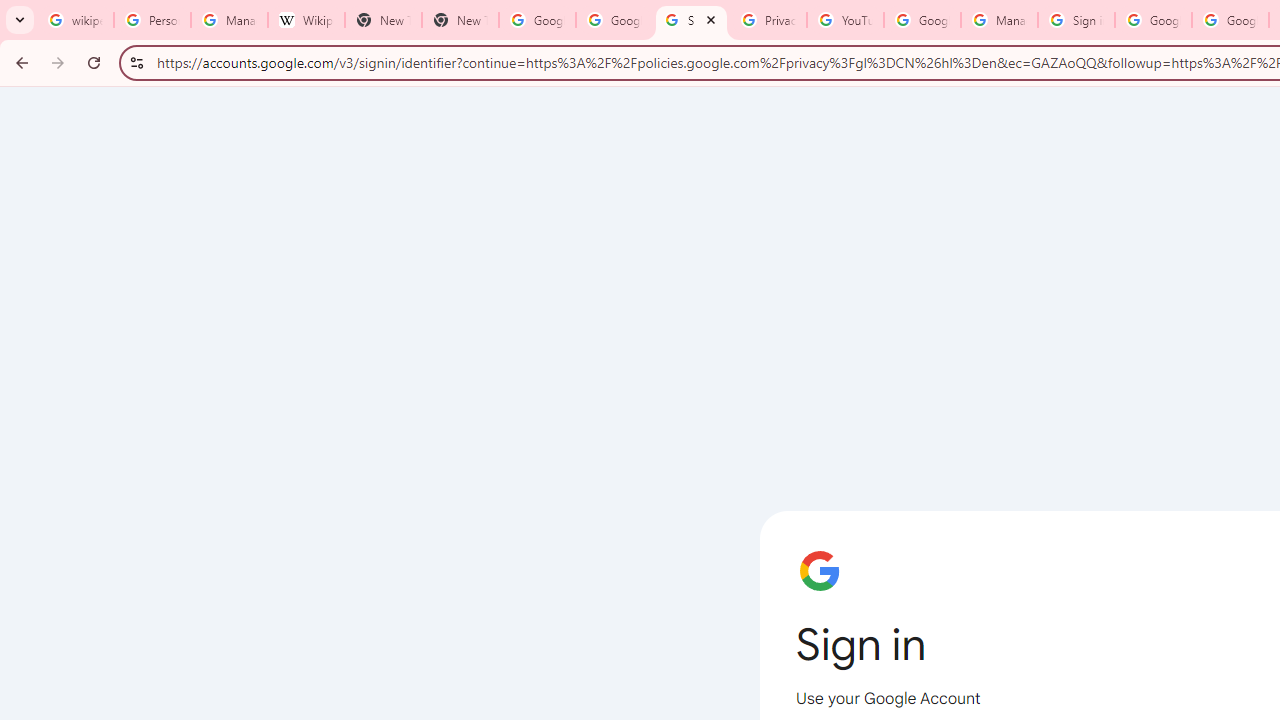 The height and width of the screenshot is (720, 1280). I want to click on 'New Tab', so click(459, 20).